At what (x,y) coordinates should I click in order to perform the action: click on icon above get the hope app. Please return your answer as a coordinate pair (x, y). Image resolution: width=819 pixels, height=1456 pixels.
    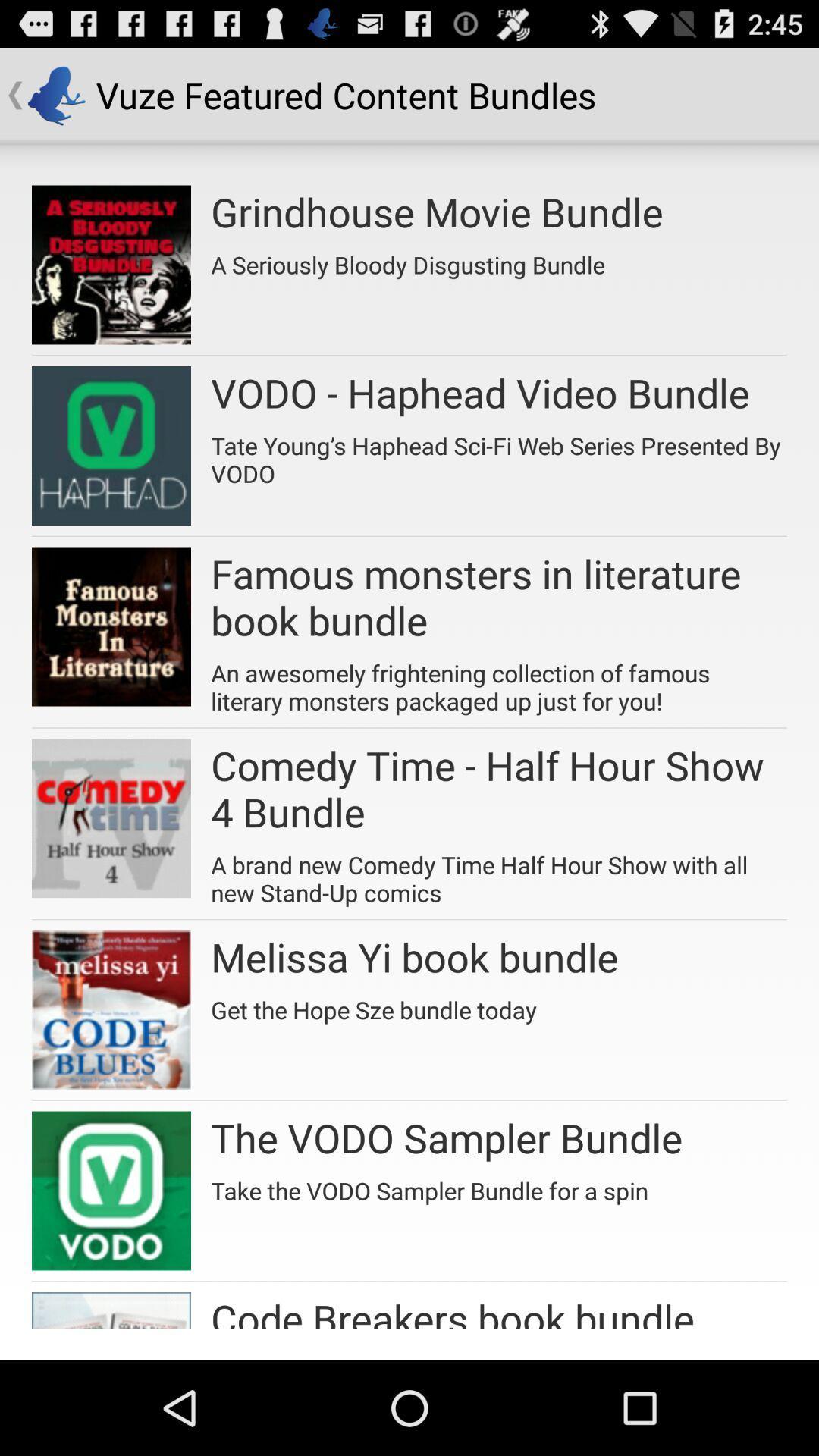
    Looking at the image, I should click on (414, 955).